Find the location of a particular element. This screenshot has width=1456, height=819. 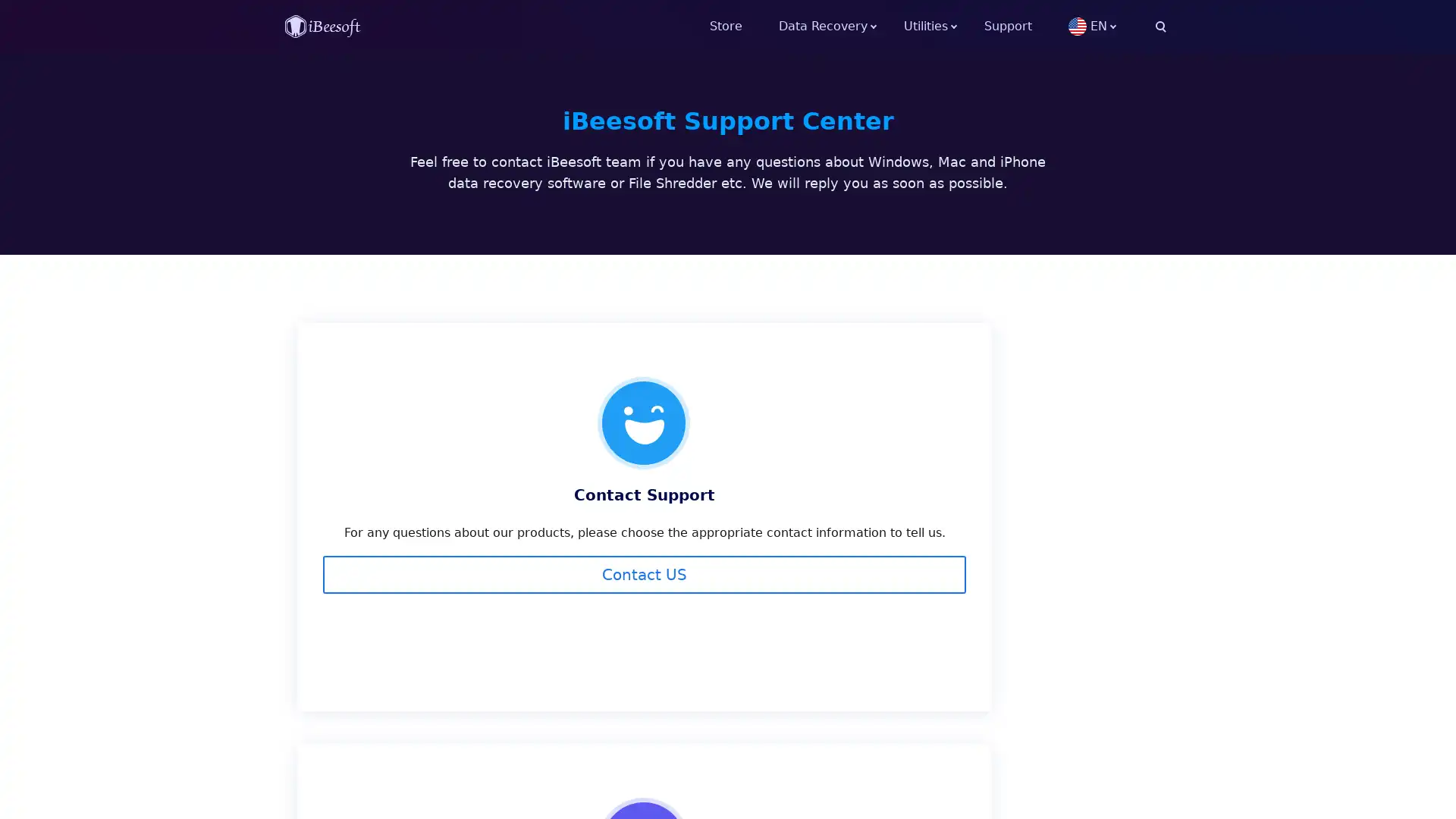

languages is located at coordinates (1117, 26).